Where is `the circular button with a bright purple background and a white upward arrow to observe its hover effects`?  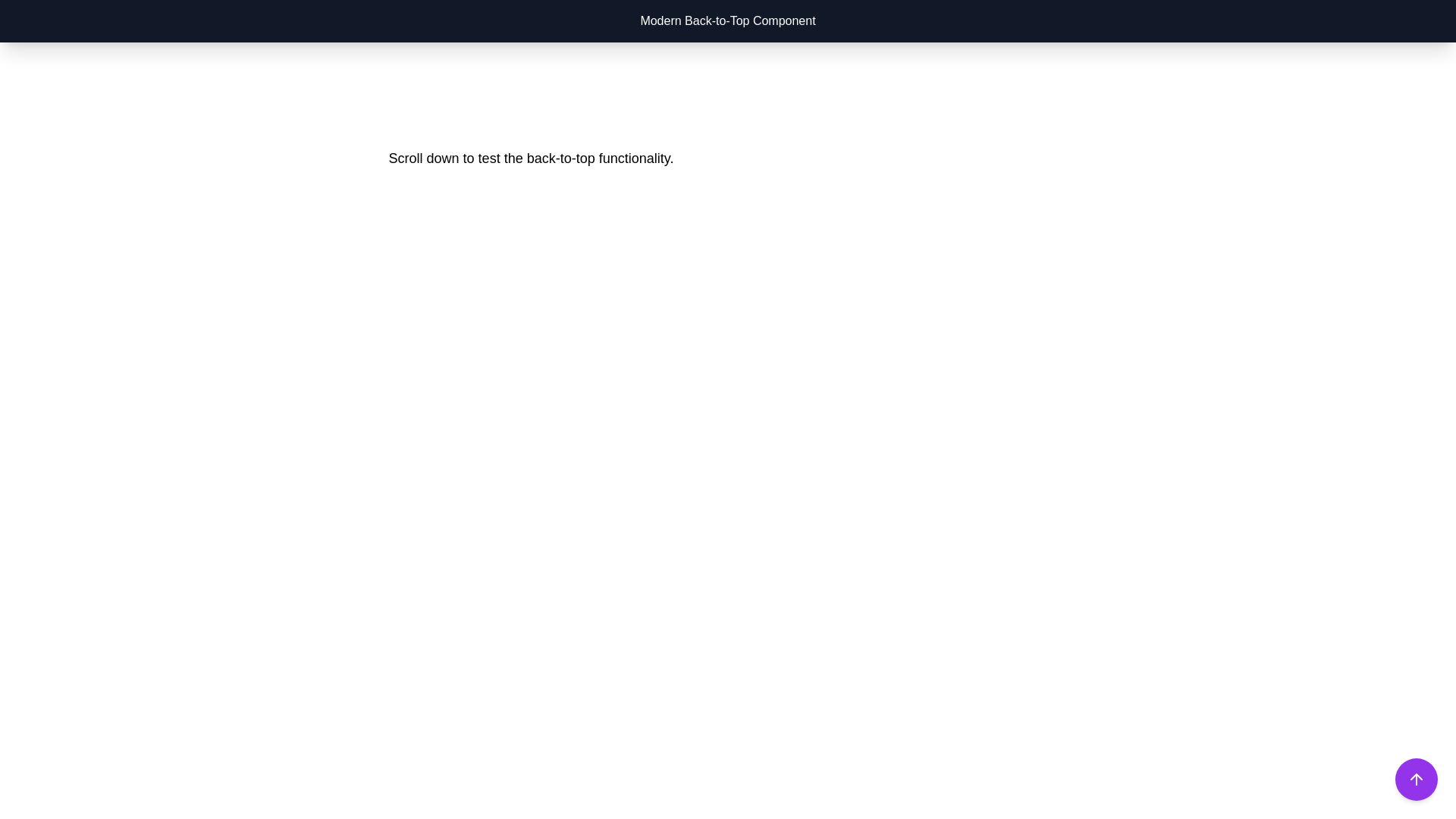
the circular button with a bright purple background and a white upward arrow to observe its hover effects is located at coordinates (1415, 780).